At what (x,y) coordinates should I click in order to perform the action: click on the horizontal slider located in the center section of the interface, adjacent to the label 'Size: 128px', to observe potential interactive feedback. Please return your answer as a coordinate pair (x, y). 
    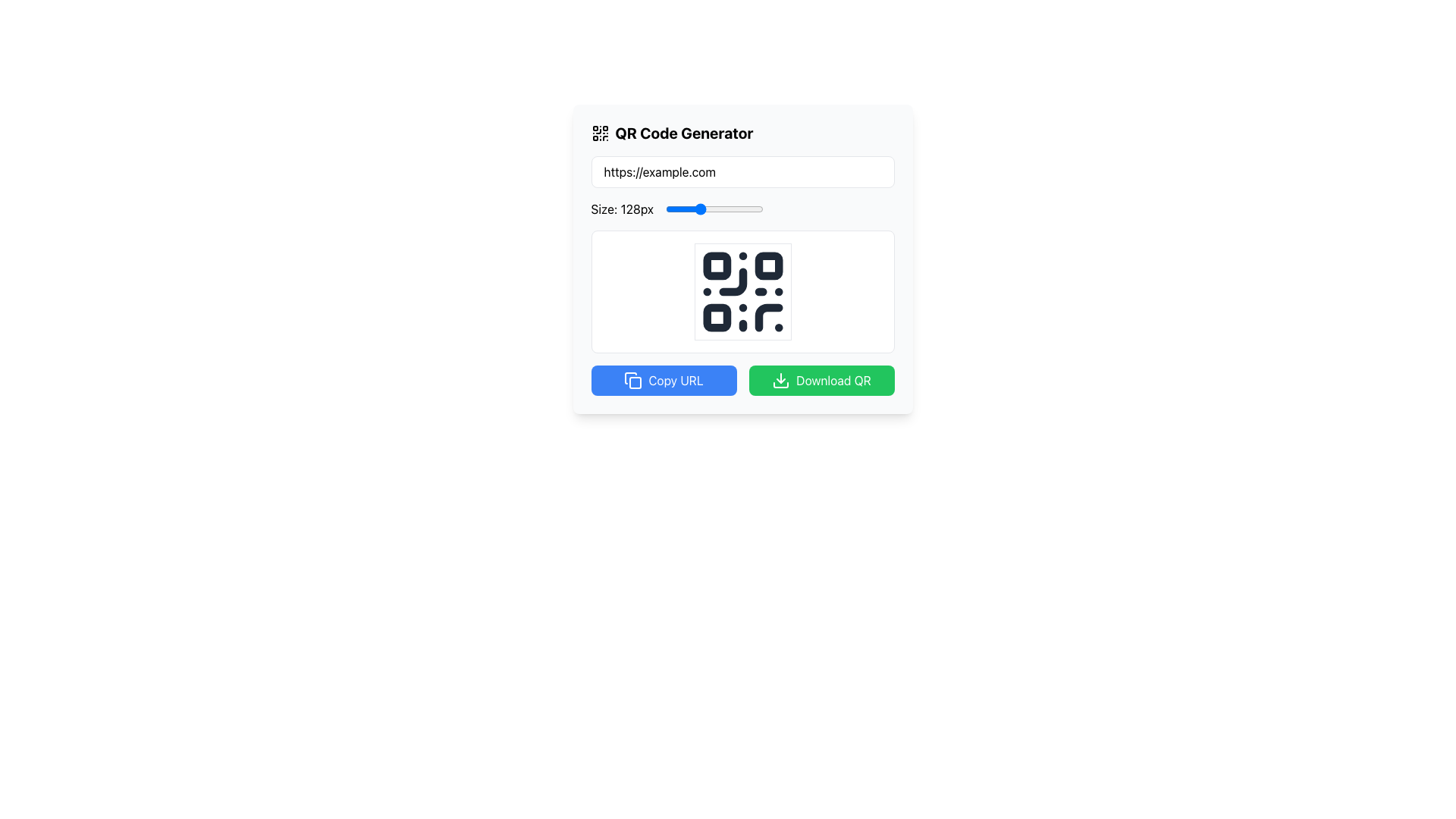
    Looking at the image, I should click on (676, 209).